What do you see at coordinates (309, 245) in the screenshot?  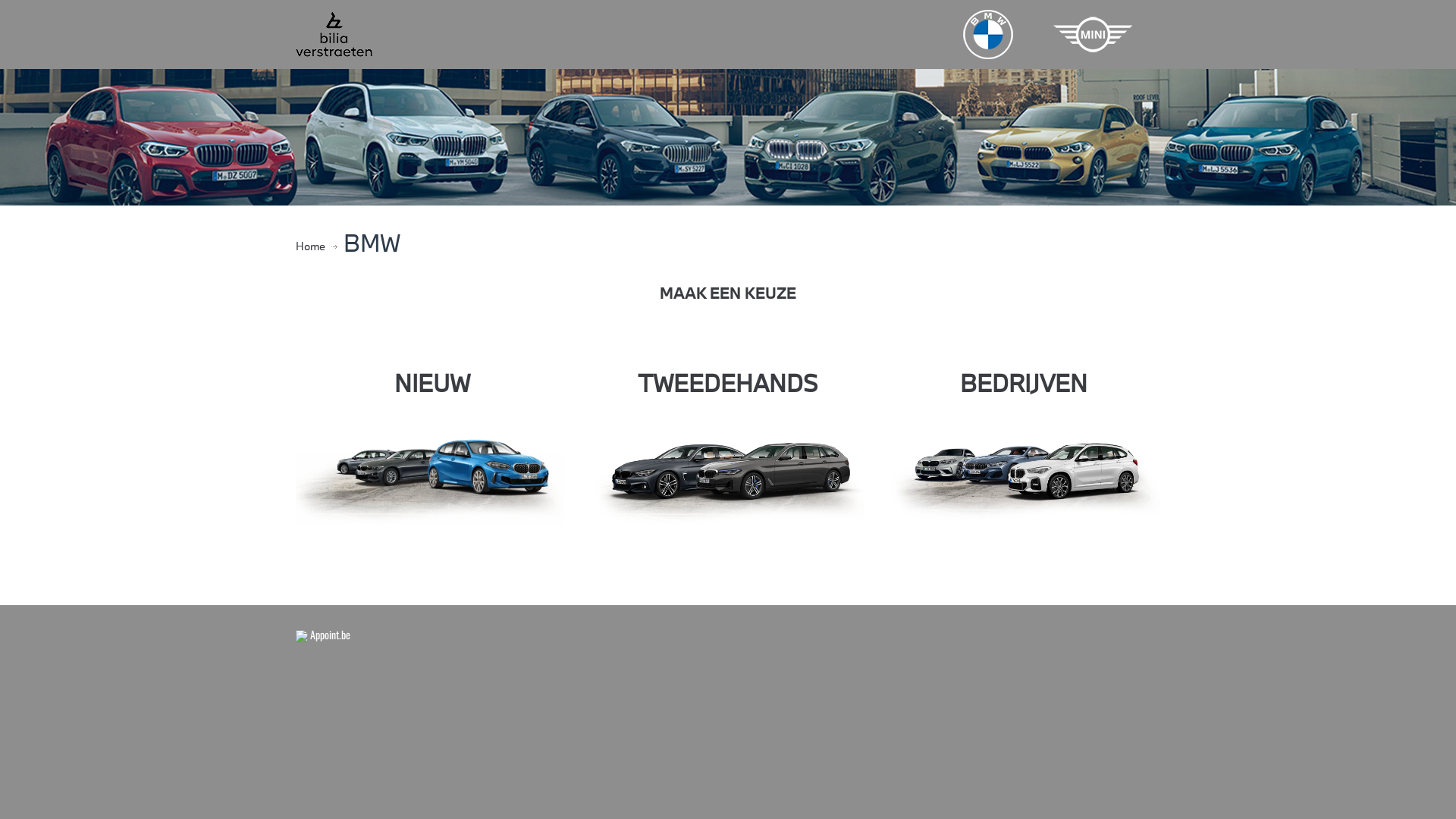 I see `'Home'` at bounding box center [309, 245].